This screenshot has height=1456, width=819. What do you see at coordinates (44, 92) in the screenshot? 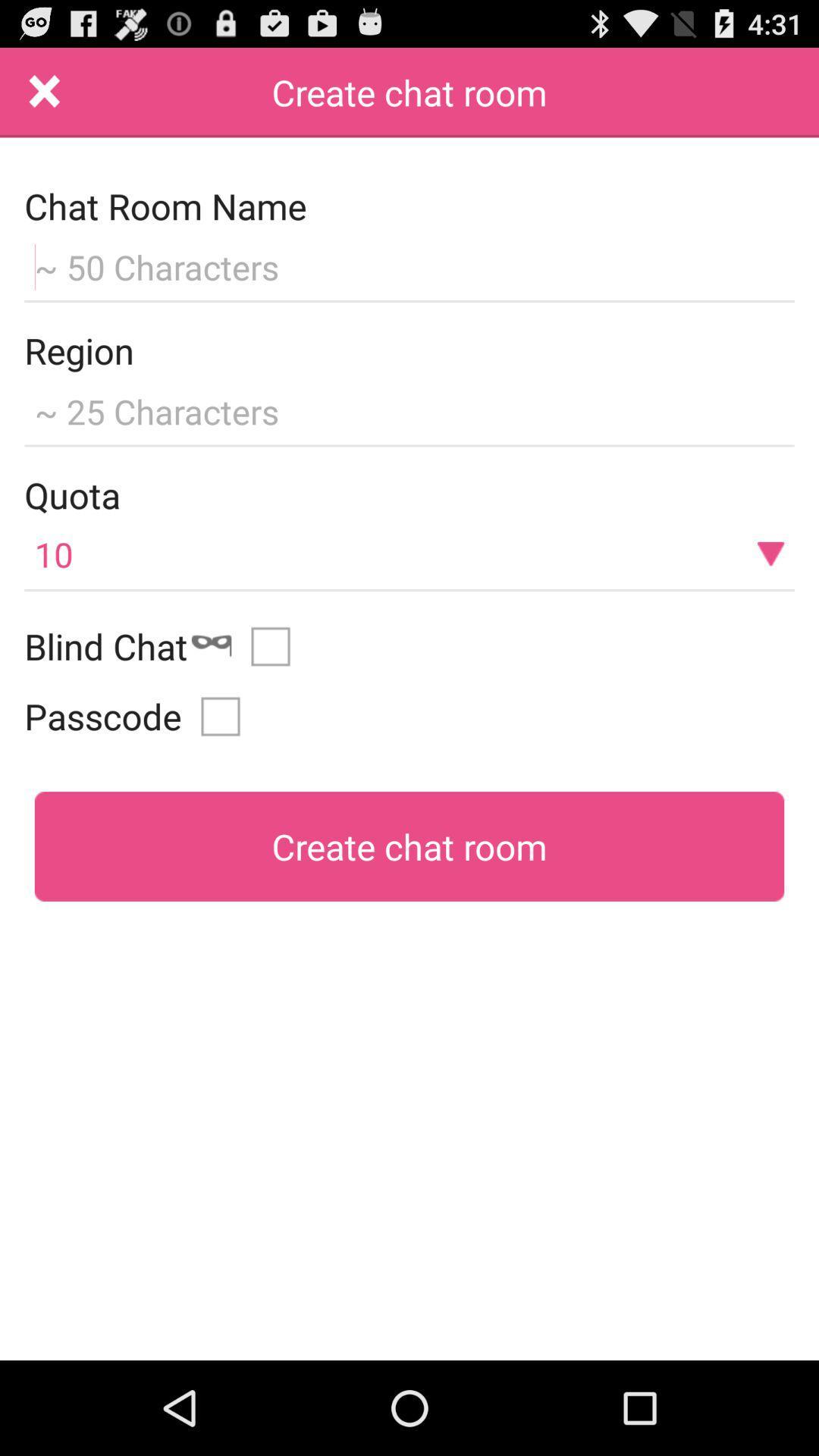
I see `the app next to the create chat room app` at bounding box center [44, 92].